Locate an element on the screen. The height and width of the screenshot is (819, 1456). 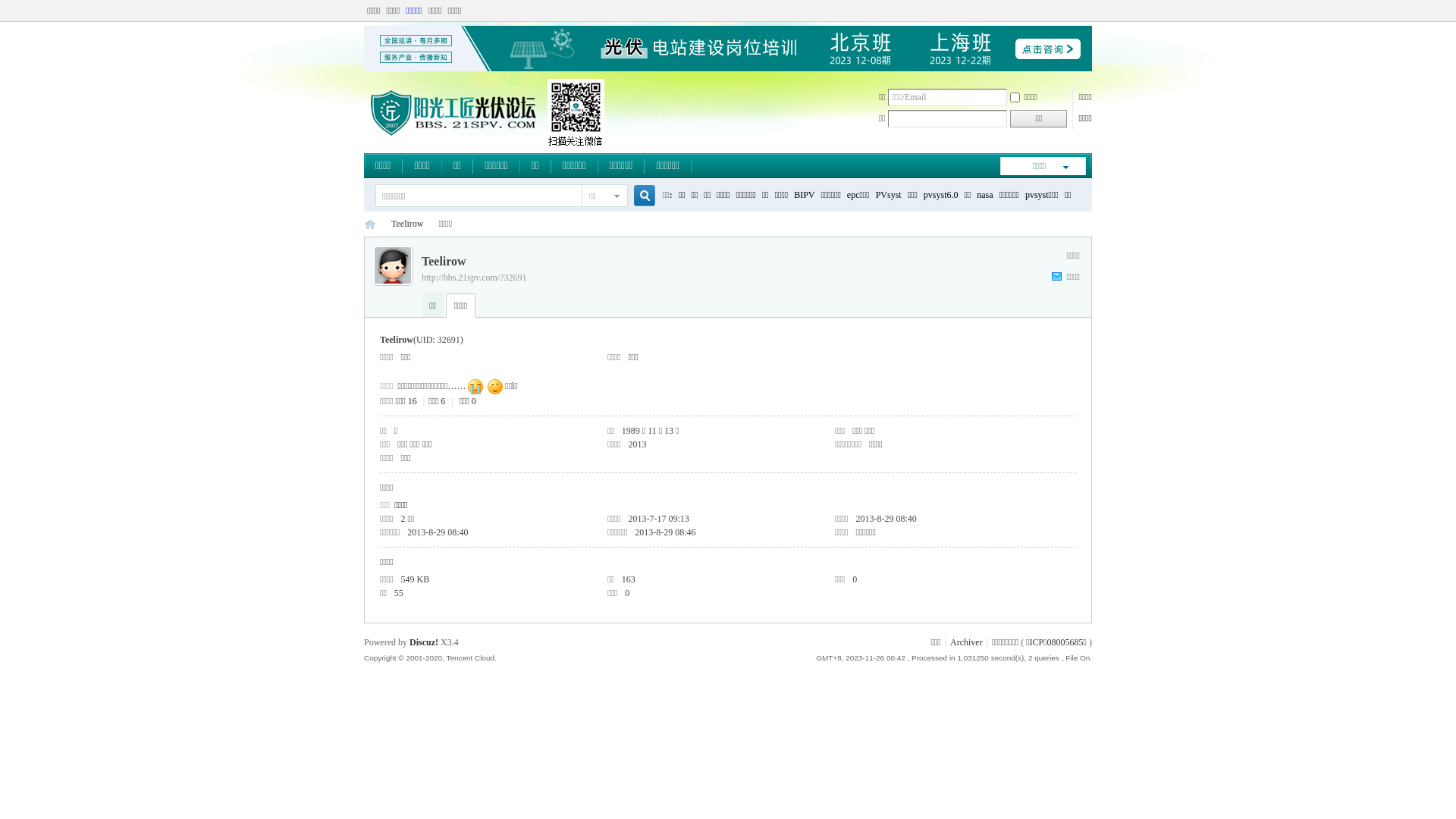
'http://bbs.21spv.com/?32691' is located at coordinates (473, 278).